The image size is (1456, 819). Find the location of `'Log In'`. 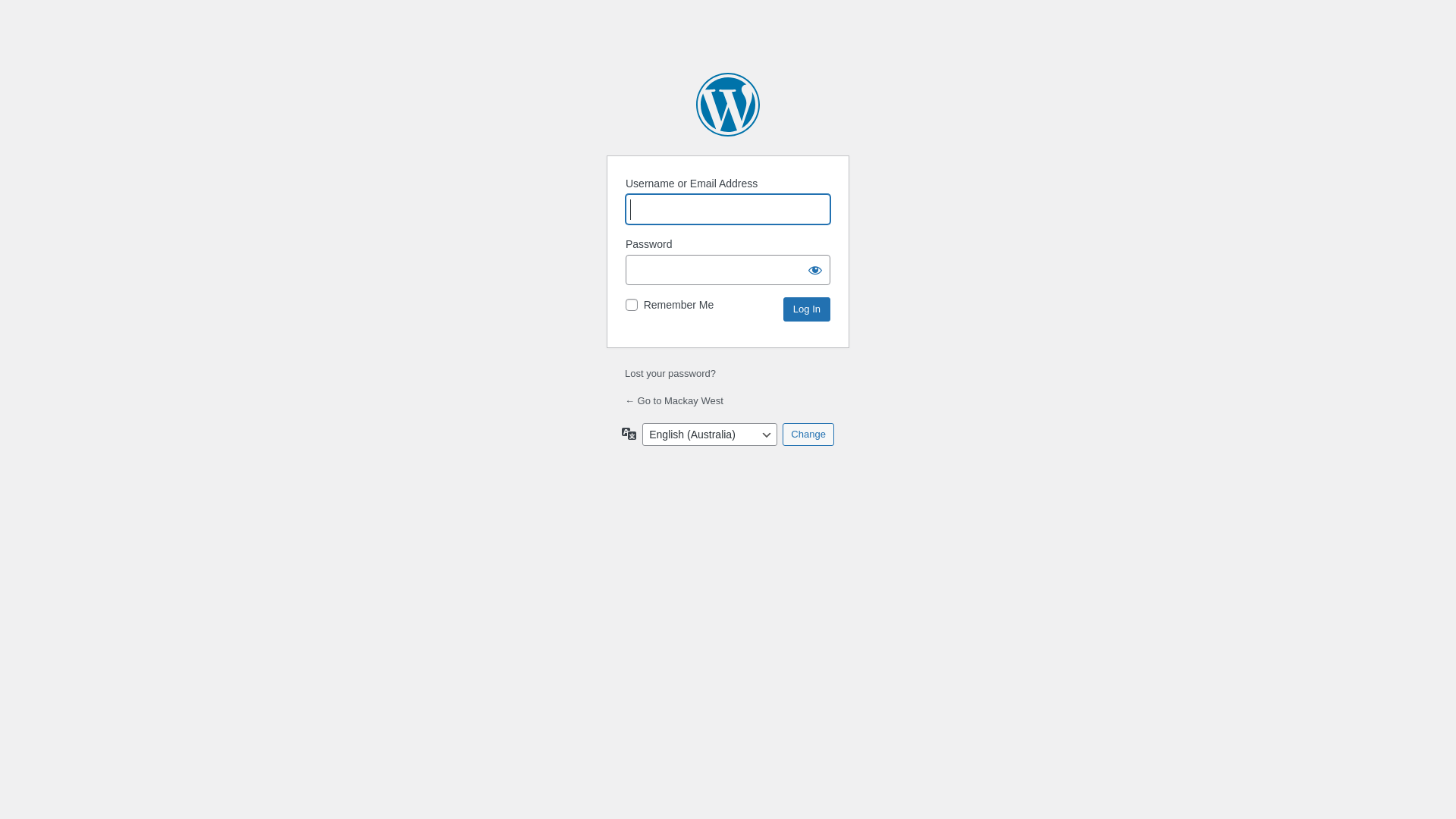

'Log In' is located at coordinates (806, 309).